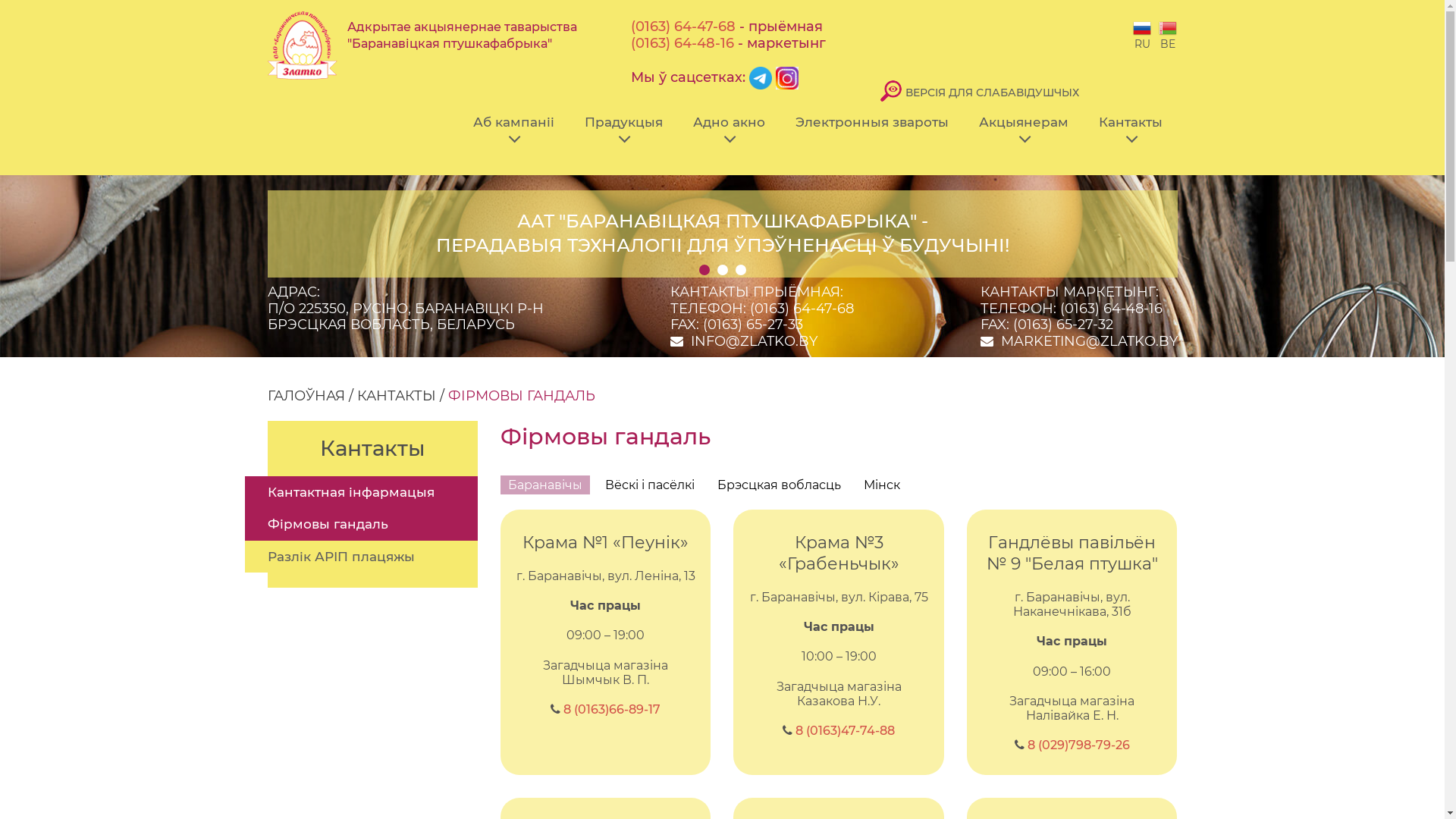 The width and height of the screenshot is (1456, 819). Describe the element at coordinates (611, 709) in the screenshot. I see `'8 (0163)66-89-17'` at that location.